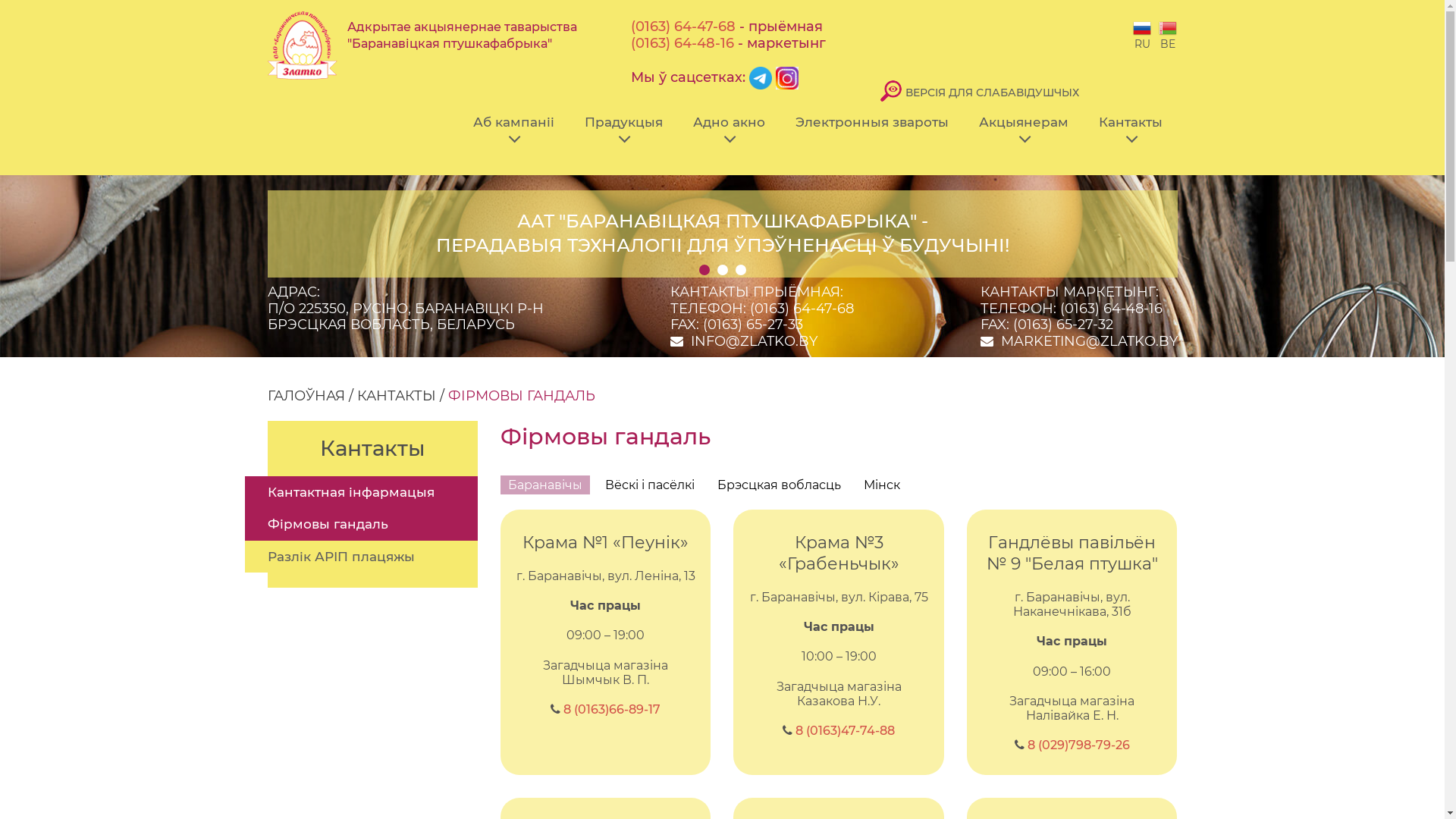 The width and height of the screenshot is (1456, 819). Describe the element at coordinates (611, 709) in the screenshot. I see `'8 (0163)66-89-17'` at that location.